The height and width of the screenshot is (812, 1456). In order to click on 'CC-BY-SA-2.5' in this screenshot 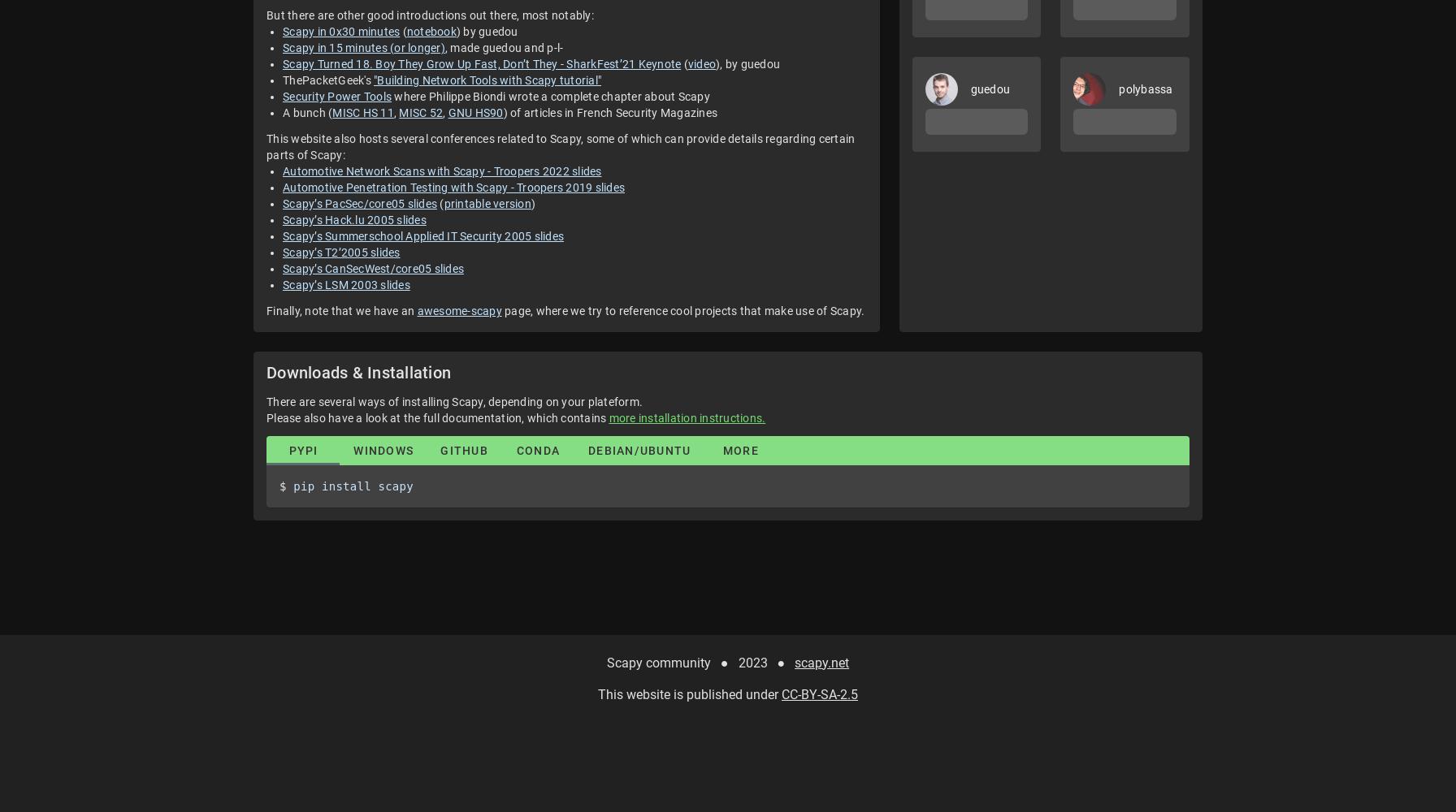, I will do `click(820, 693)`.